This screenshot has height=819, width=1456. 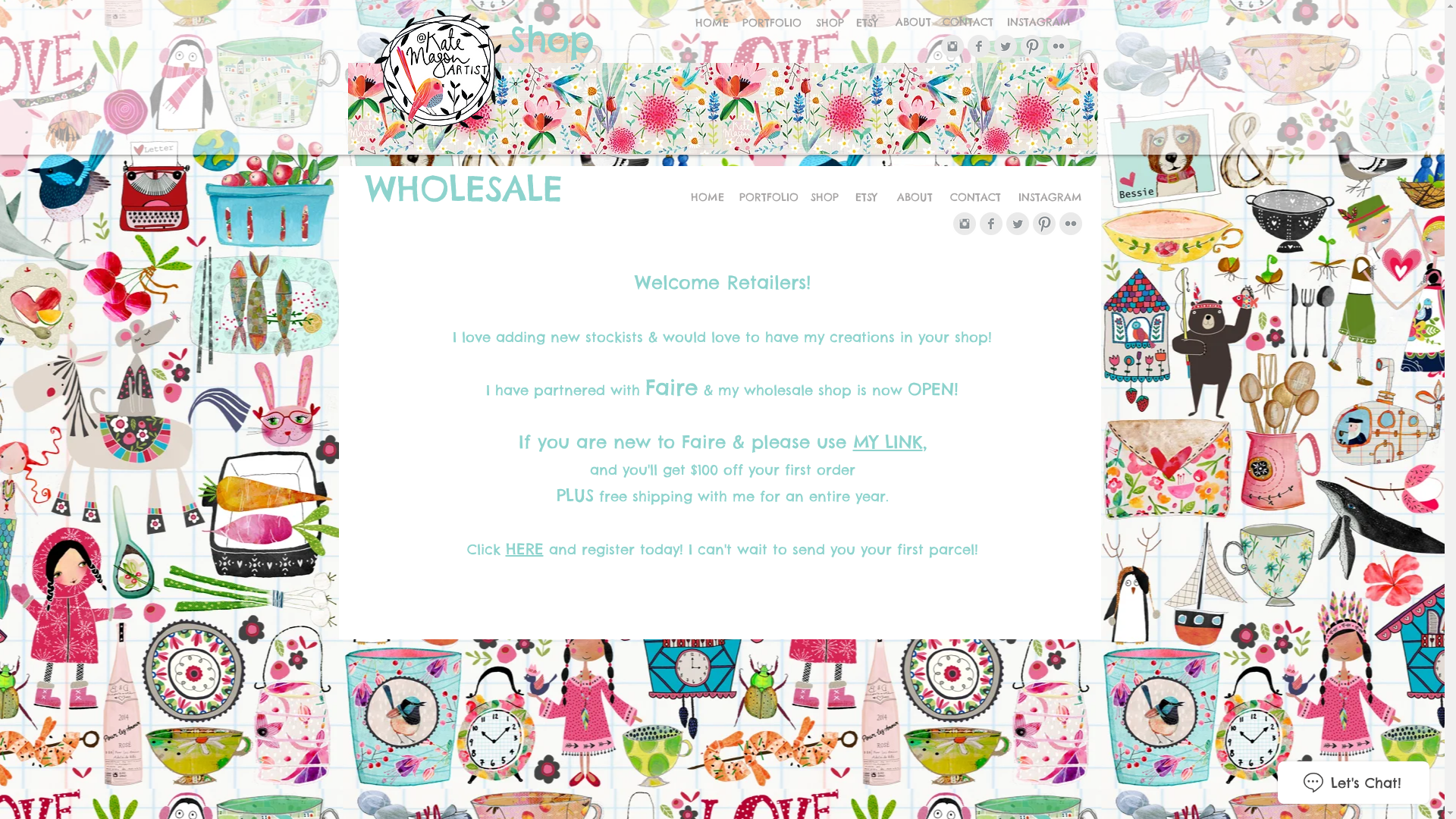 I want to click on 'CONTACT', so click(x=942, y=197).